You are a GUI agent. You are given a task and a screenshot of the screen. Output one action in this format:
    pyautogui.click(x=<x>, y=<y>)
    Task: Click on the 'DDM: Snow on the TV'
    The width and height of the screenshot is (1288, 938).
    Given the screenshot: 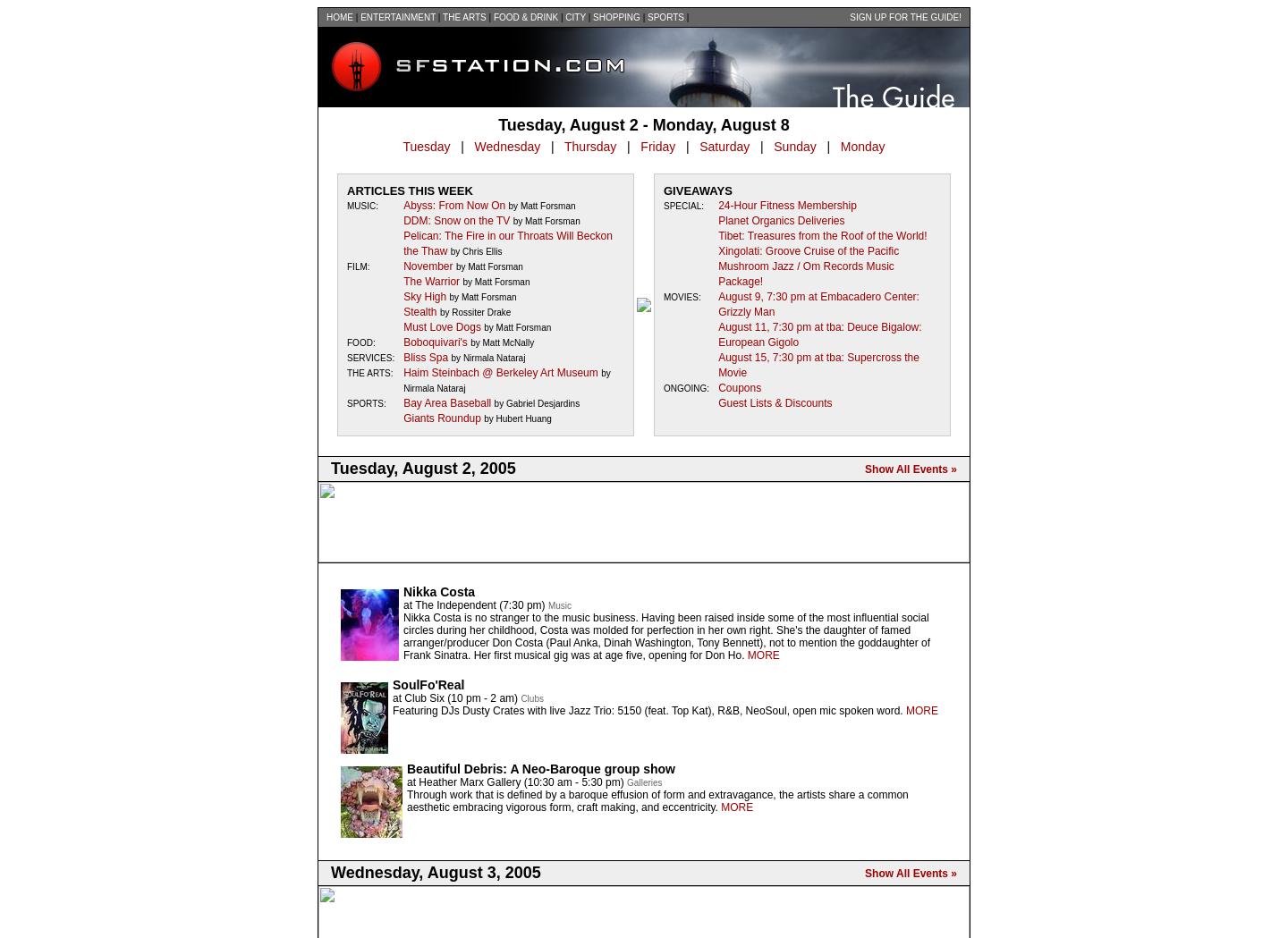 What is the action you would take?
    pyautogui.click(x=455, y=220)
    